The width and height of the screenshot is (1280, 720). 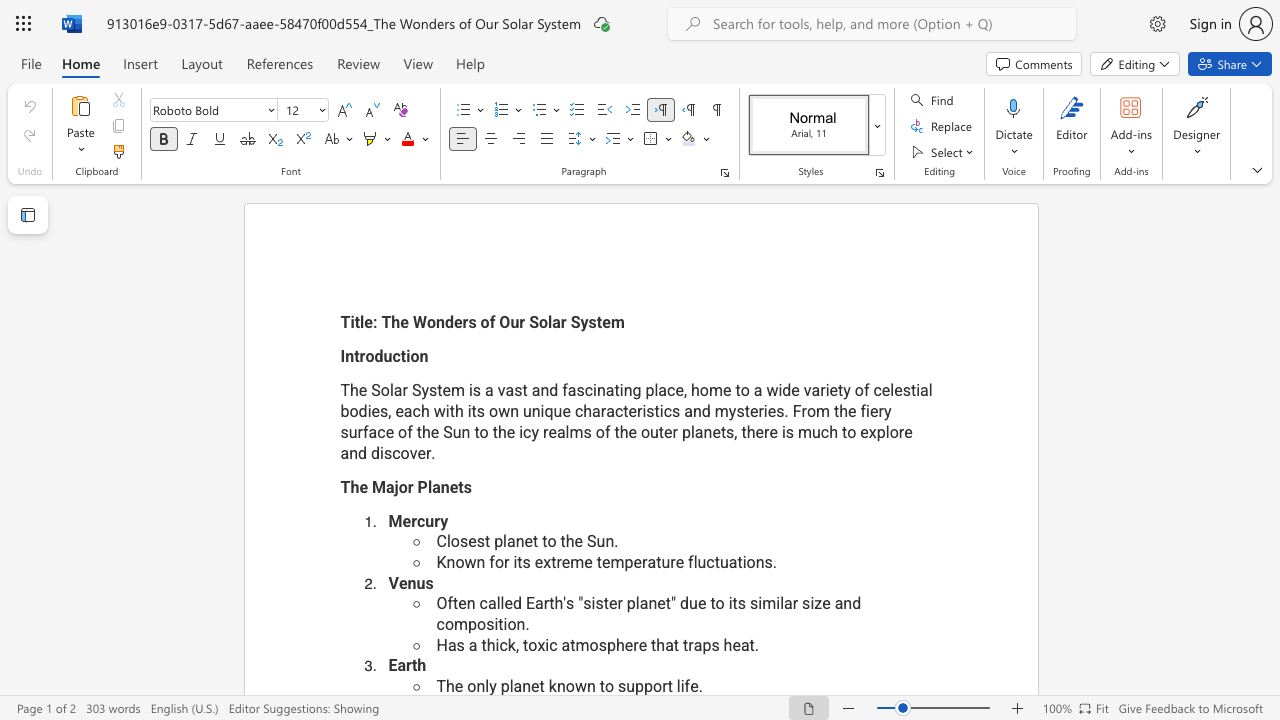 I want to click on the 2th character "r" in the text, so click(x=522, y=321).